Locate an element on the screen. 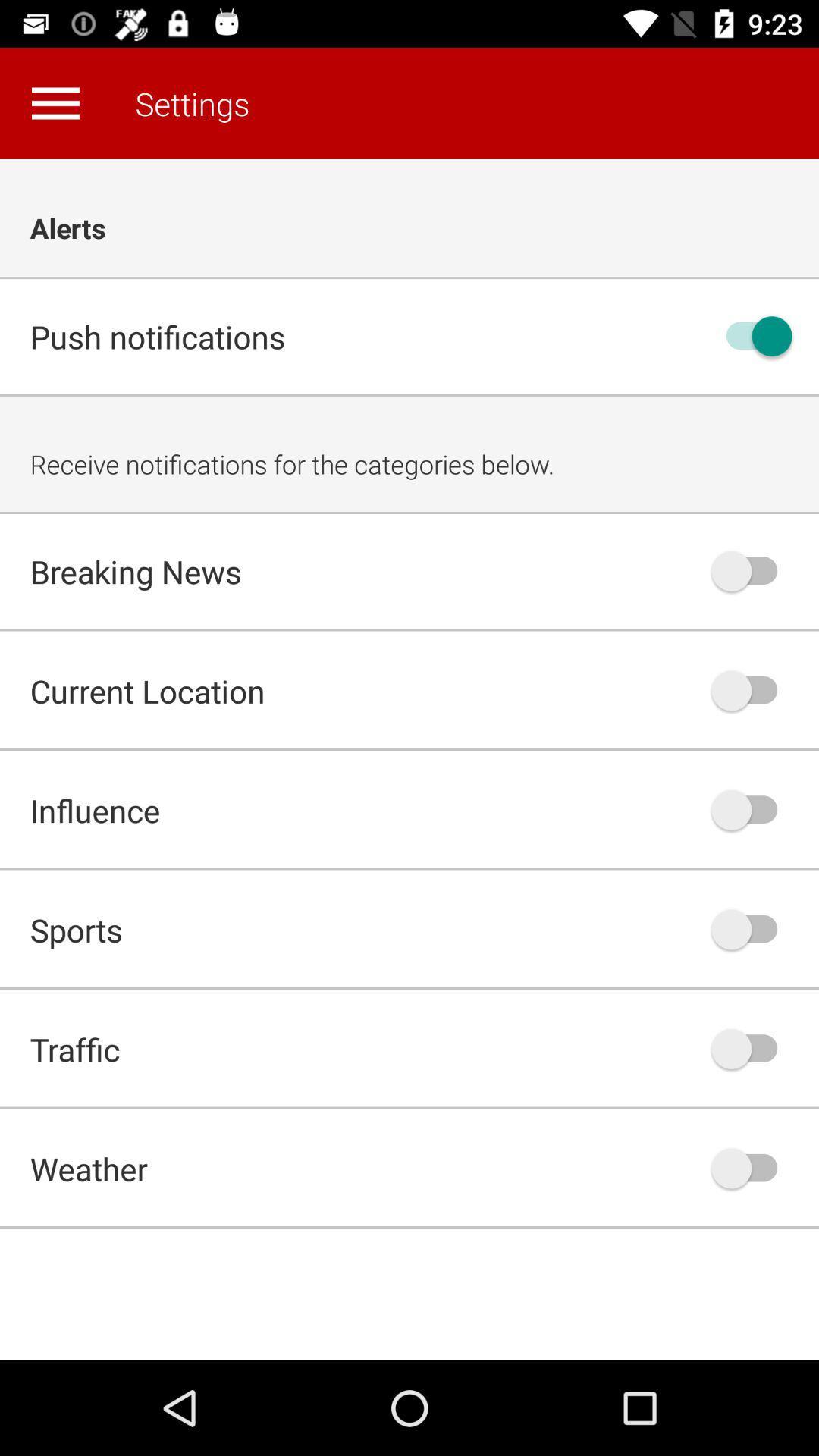 Image resolution: width=819 pixels, height=1456 pixels. activate traffic alerts is located at coordinates (752, 1048).